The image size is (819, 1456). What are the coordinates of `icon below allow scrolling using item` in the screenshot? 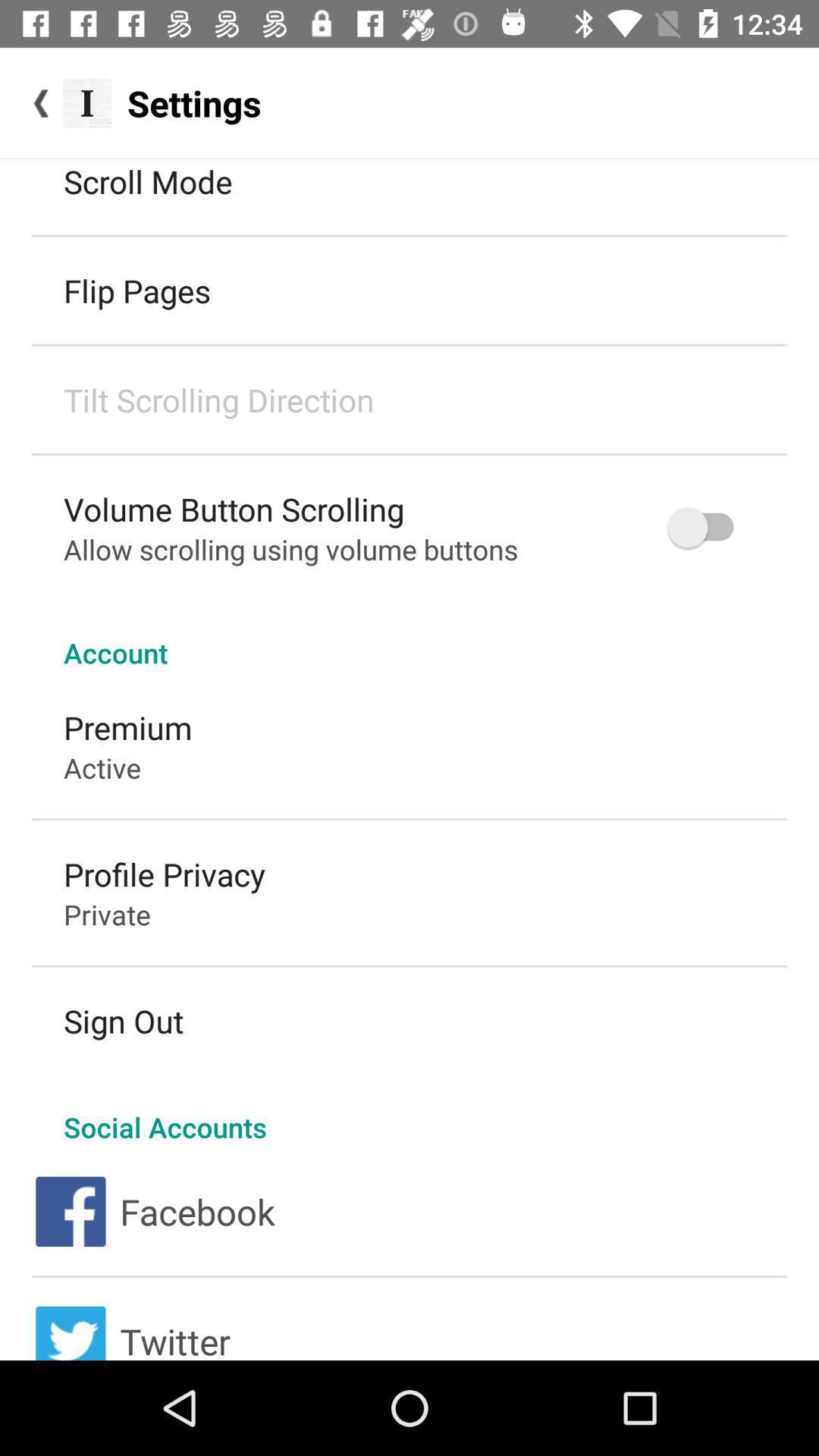 It's located at (409, 637).